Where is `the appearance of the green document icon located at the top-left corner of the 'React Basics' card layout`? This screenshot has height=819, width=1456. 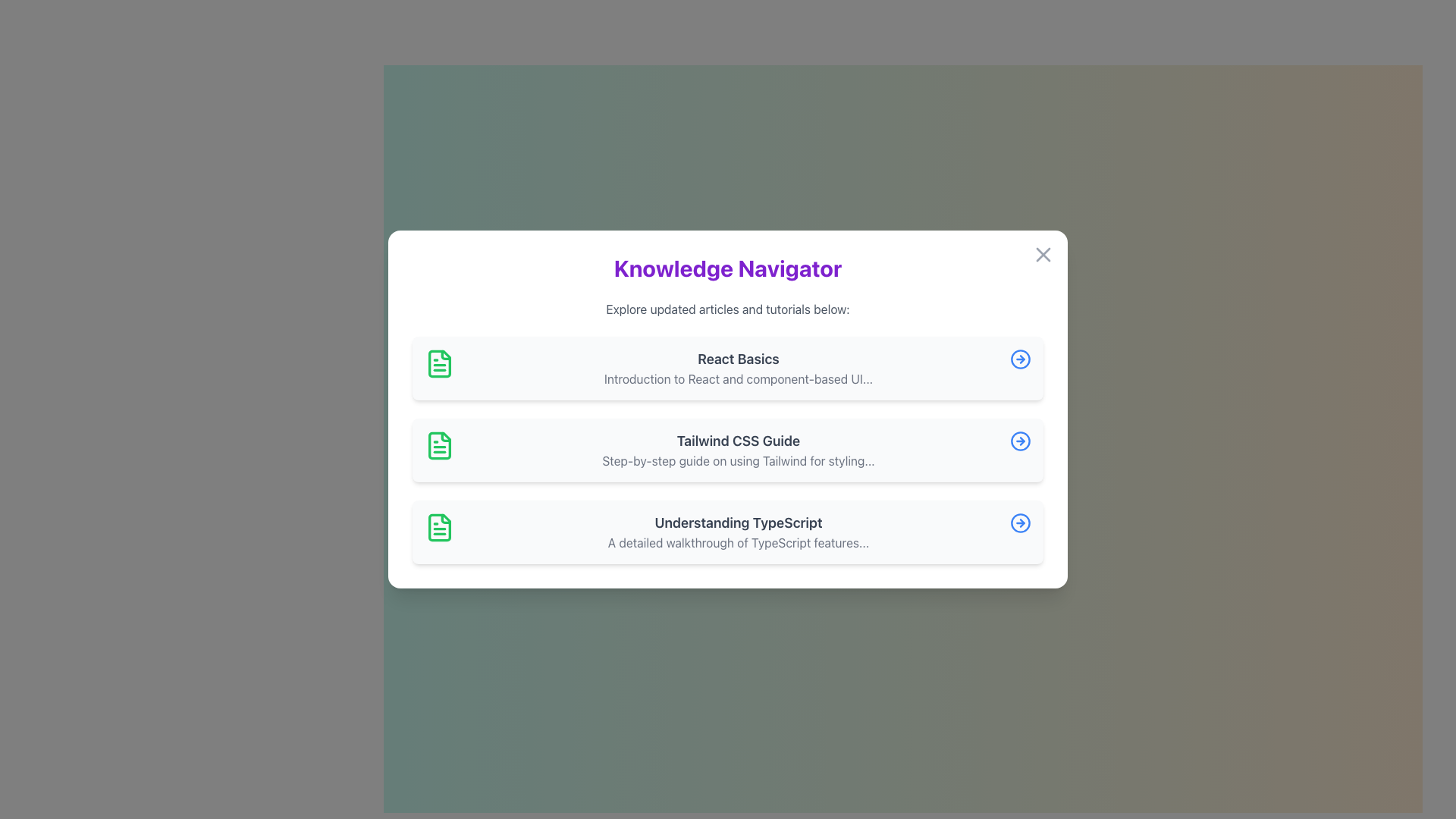
the appearance of the green document icon located at the top-left corner of the 'React Basics' card layout is located at coordinates (439, 363).